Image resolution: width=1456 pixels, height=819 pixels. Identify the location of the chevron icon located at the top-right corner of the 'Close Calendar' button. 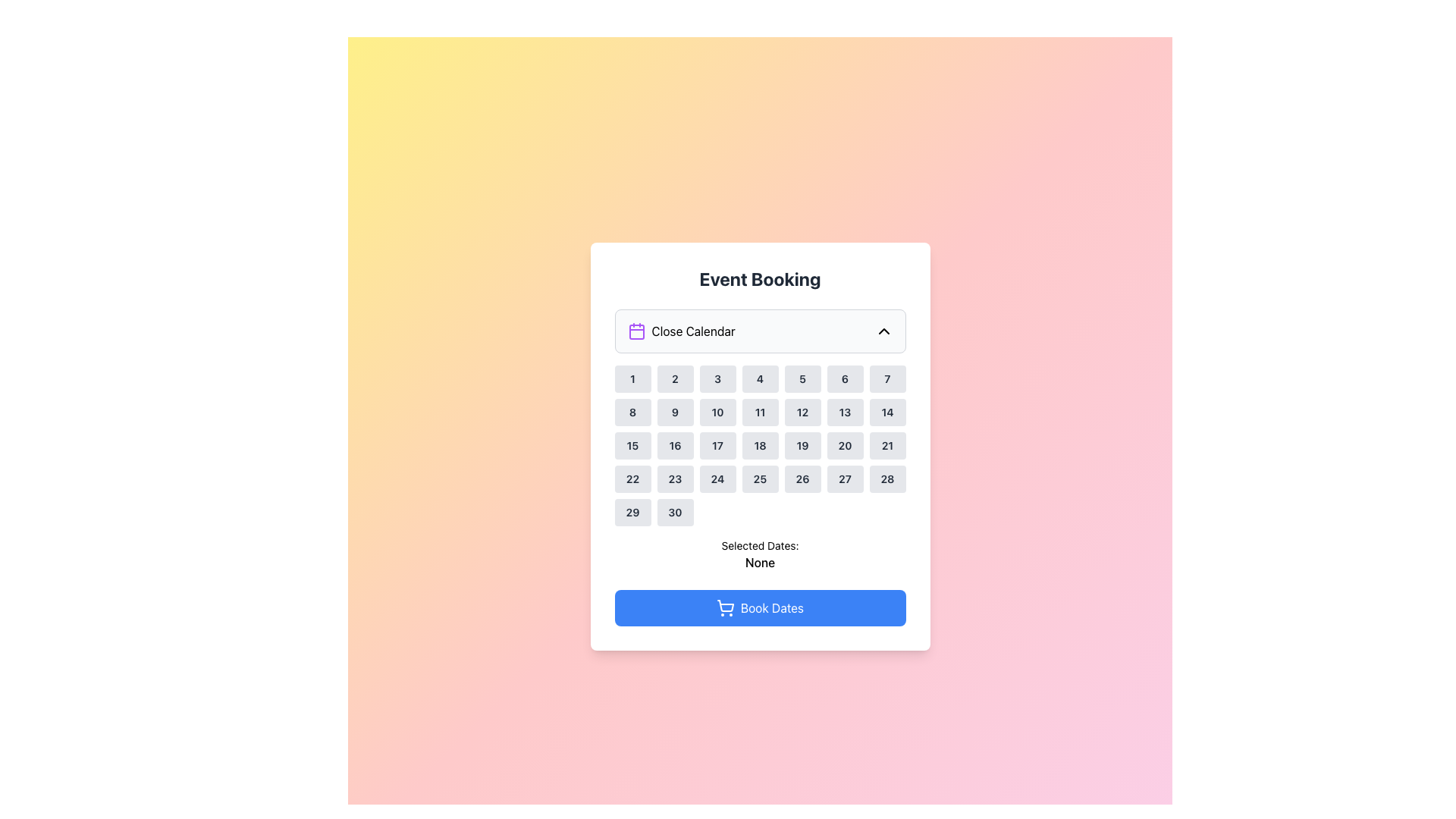
(883, 330).